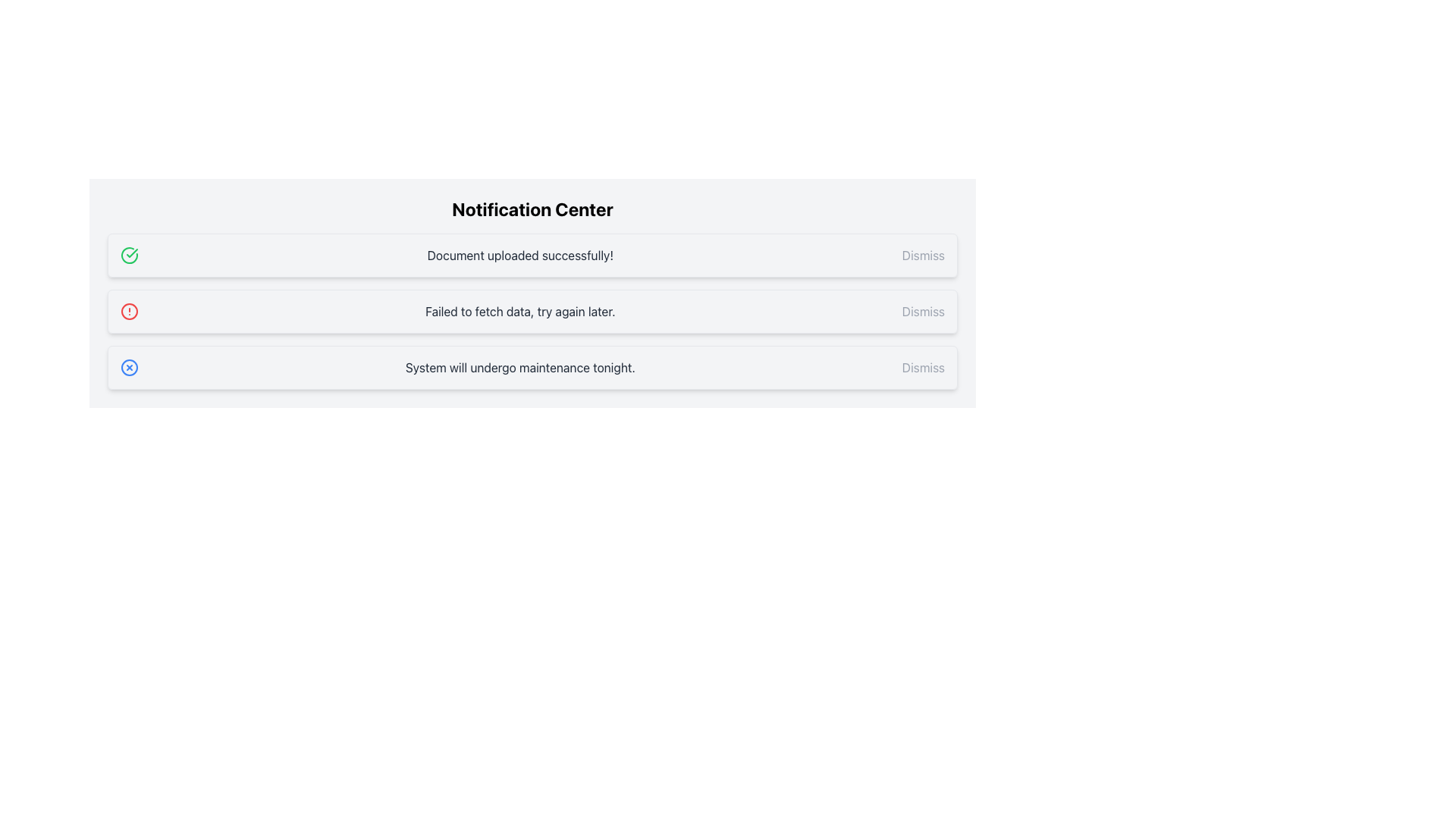  What do you see at coordinates (520, 311) in the screenshot?
I see `text message displayed in the gray font stating 'Failed to fetch data, try again later.' which is located in the notification panel` at bounding box center [520, 311].